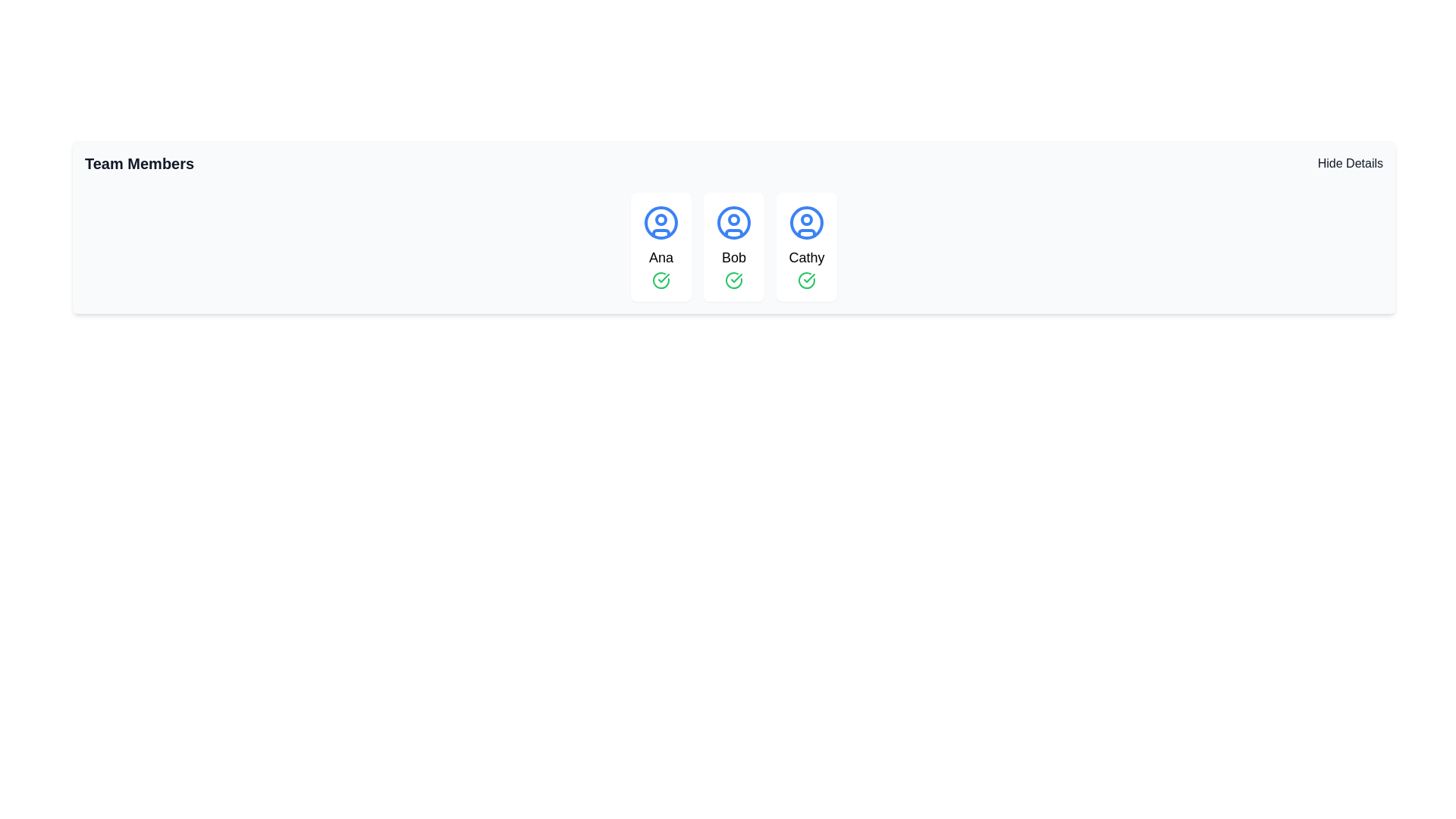  What do you see at coordinates (661, 222) in the screenshot?
I see `the user identification icon representing 'Ana'` at bounding box center [661, 222].